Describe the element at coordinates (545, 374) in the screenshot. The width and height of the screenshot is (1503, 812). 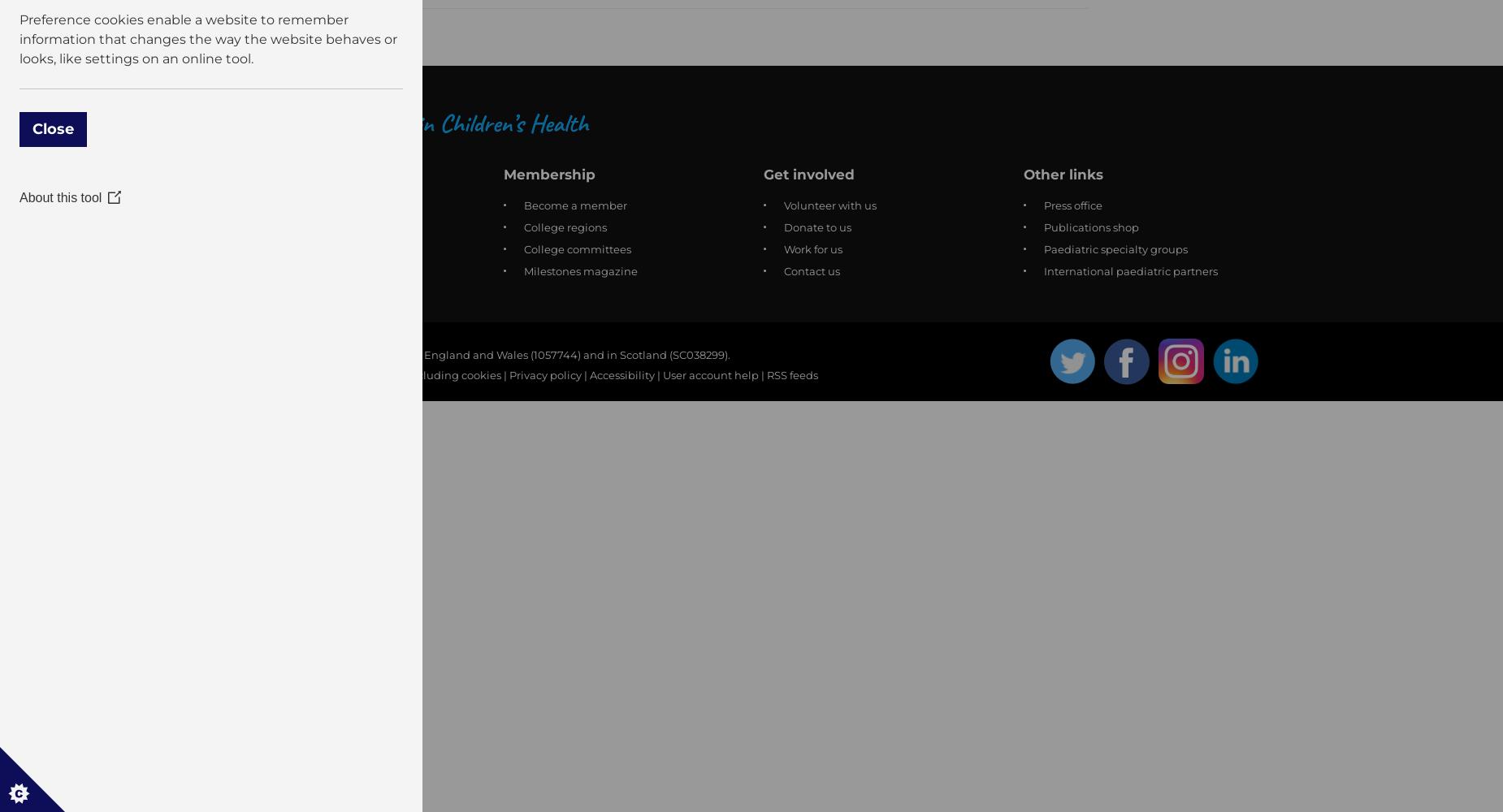
I see `'Privacy policy'` at that location.